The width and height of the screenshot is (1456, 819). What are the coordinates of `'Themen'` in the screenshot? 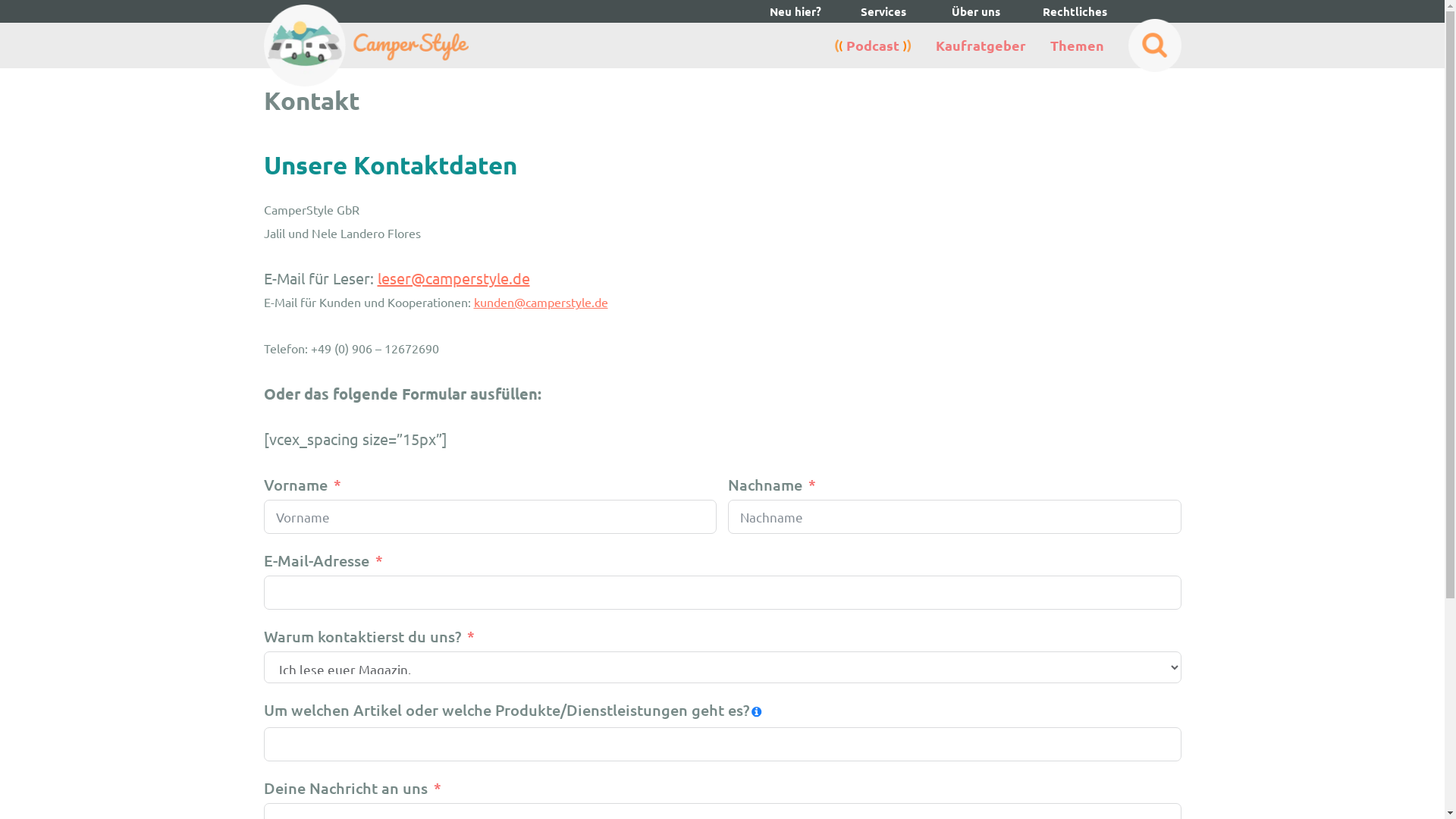 It's located at (1075, 45).